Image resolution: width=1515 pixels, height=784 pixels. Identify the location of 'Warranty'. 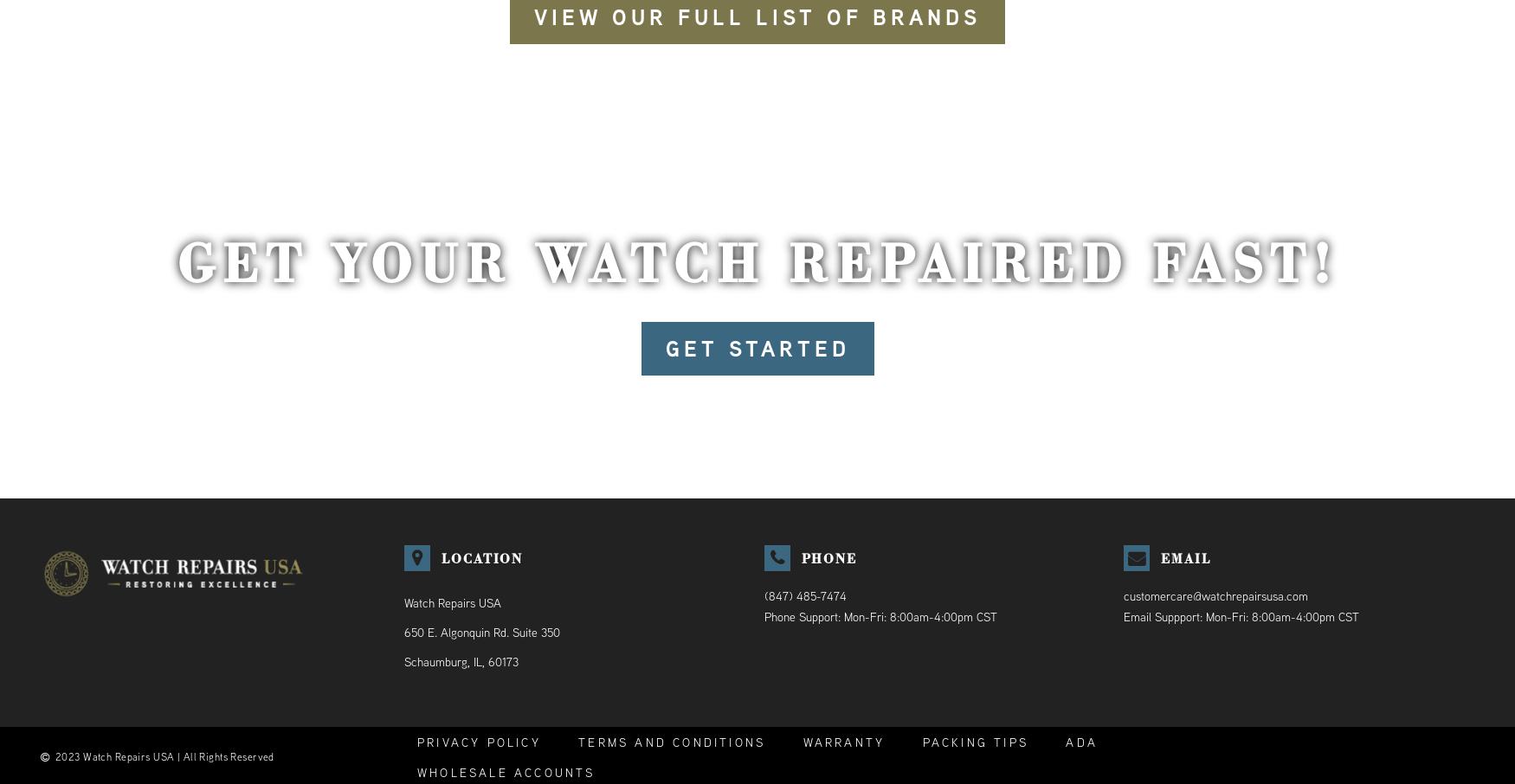
(801, 741).